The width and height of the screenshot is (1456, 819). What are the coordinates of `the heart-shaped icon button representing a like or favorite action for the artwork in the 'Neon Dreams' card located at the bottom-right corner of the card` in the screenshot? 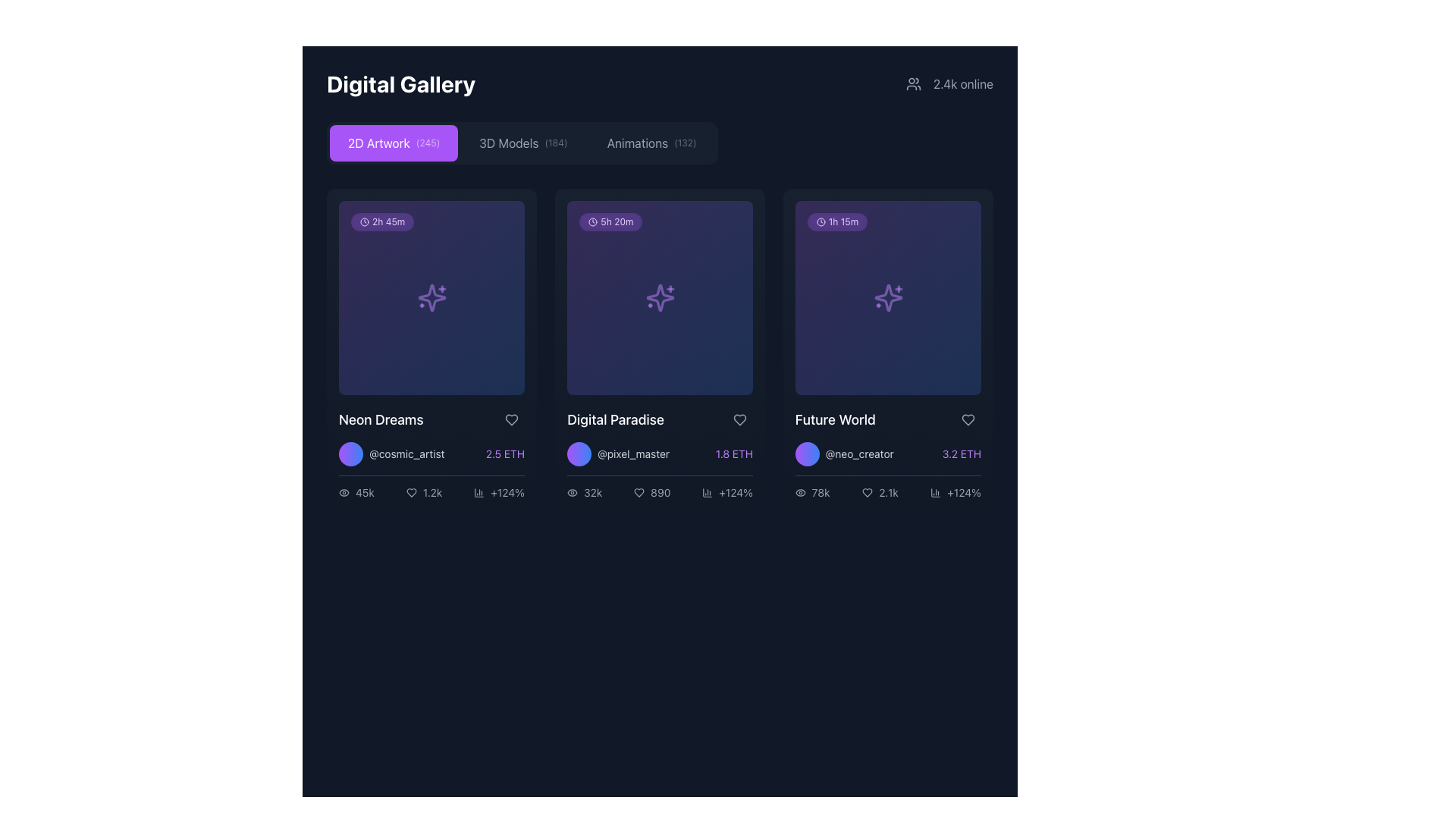 It's located at (411, 493).